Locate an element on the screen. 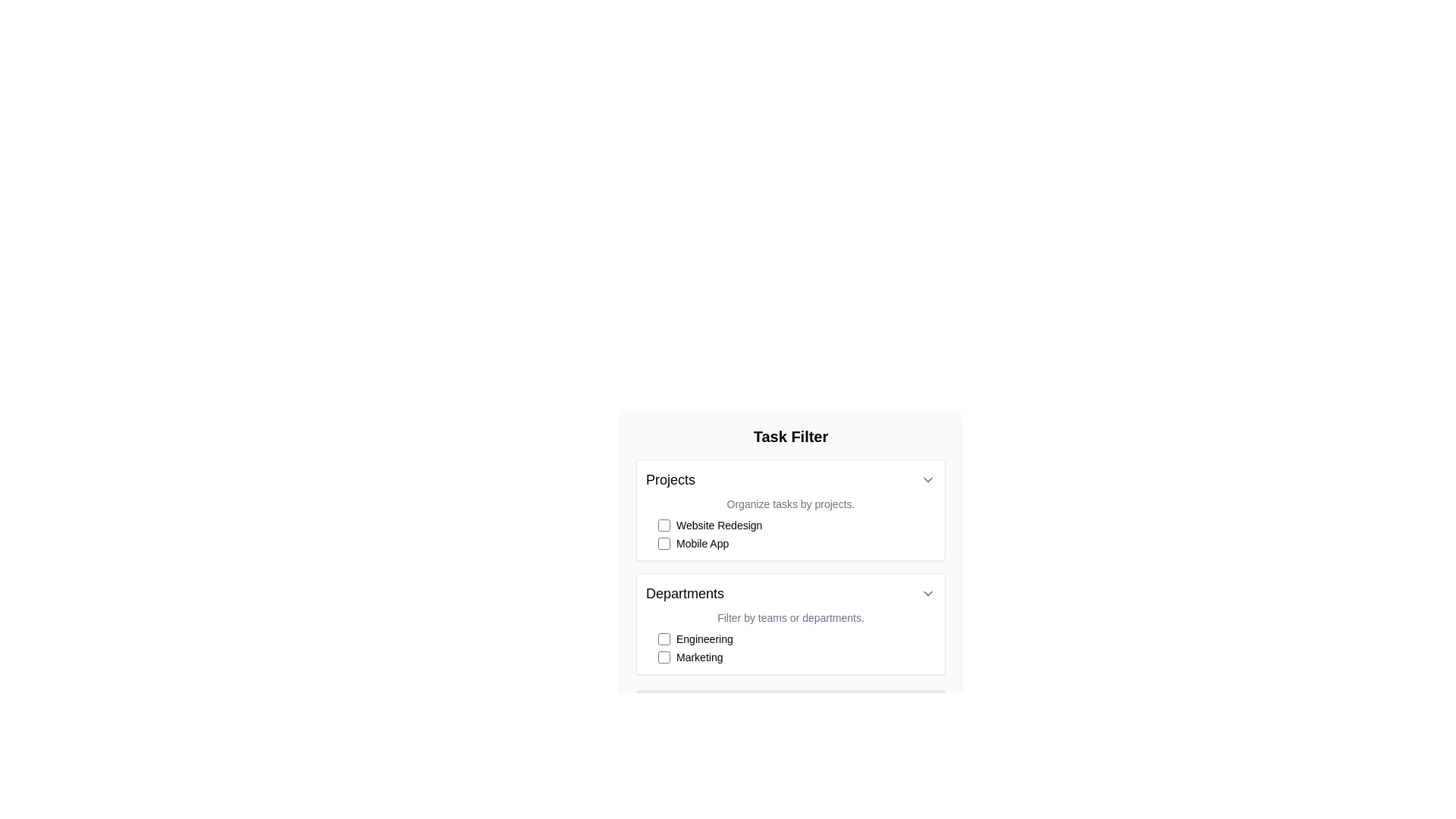  the visual feedback of the Dropdown toggle button located on the right side of the 'Departments' label within the 'Task Filter' section is located at coordinates (927, 593).